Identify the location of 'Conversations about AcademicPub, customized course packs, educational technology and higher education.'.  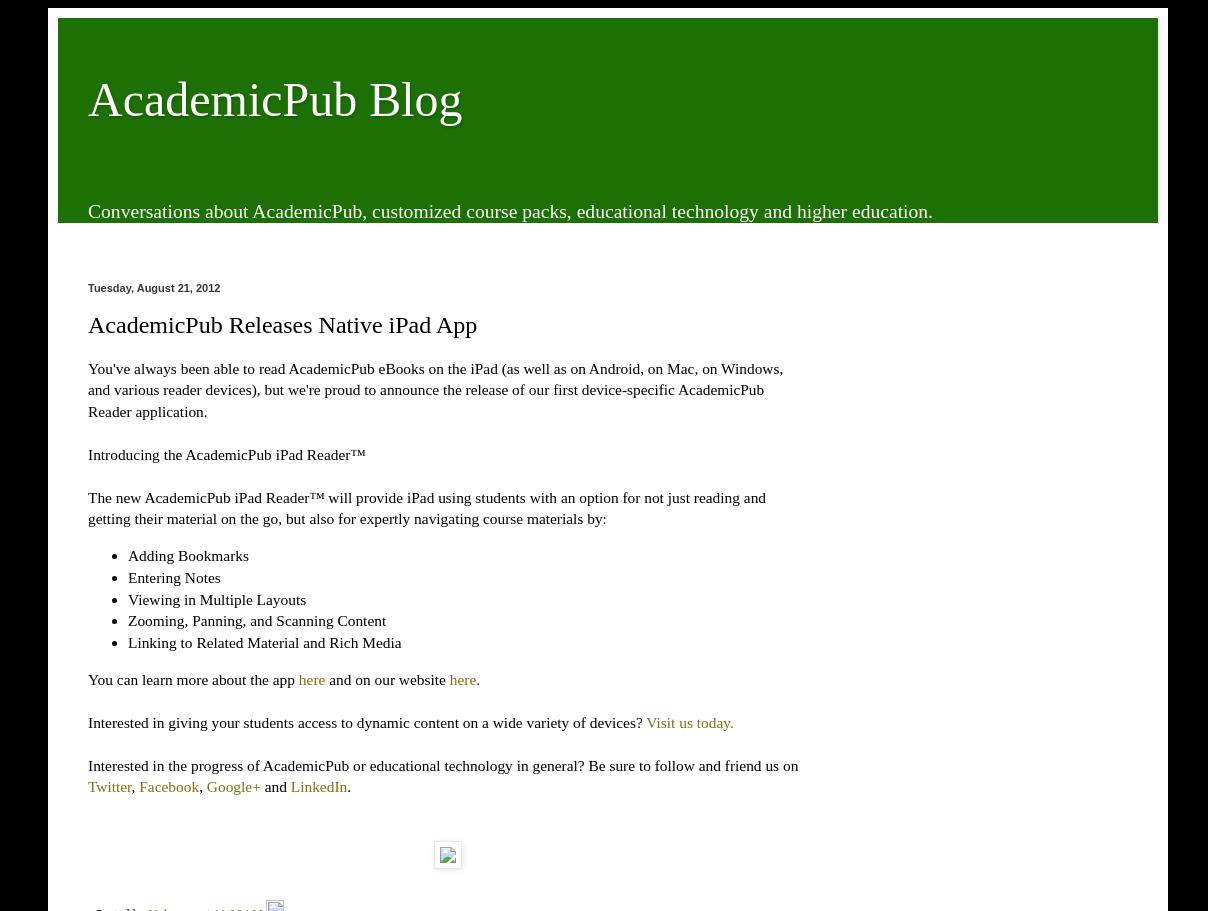
(510, 209).